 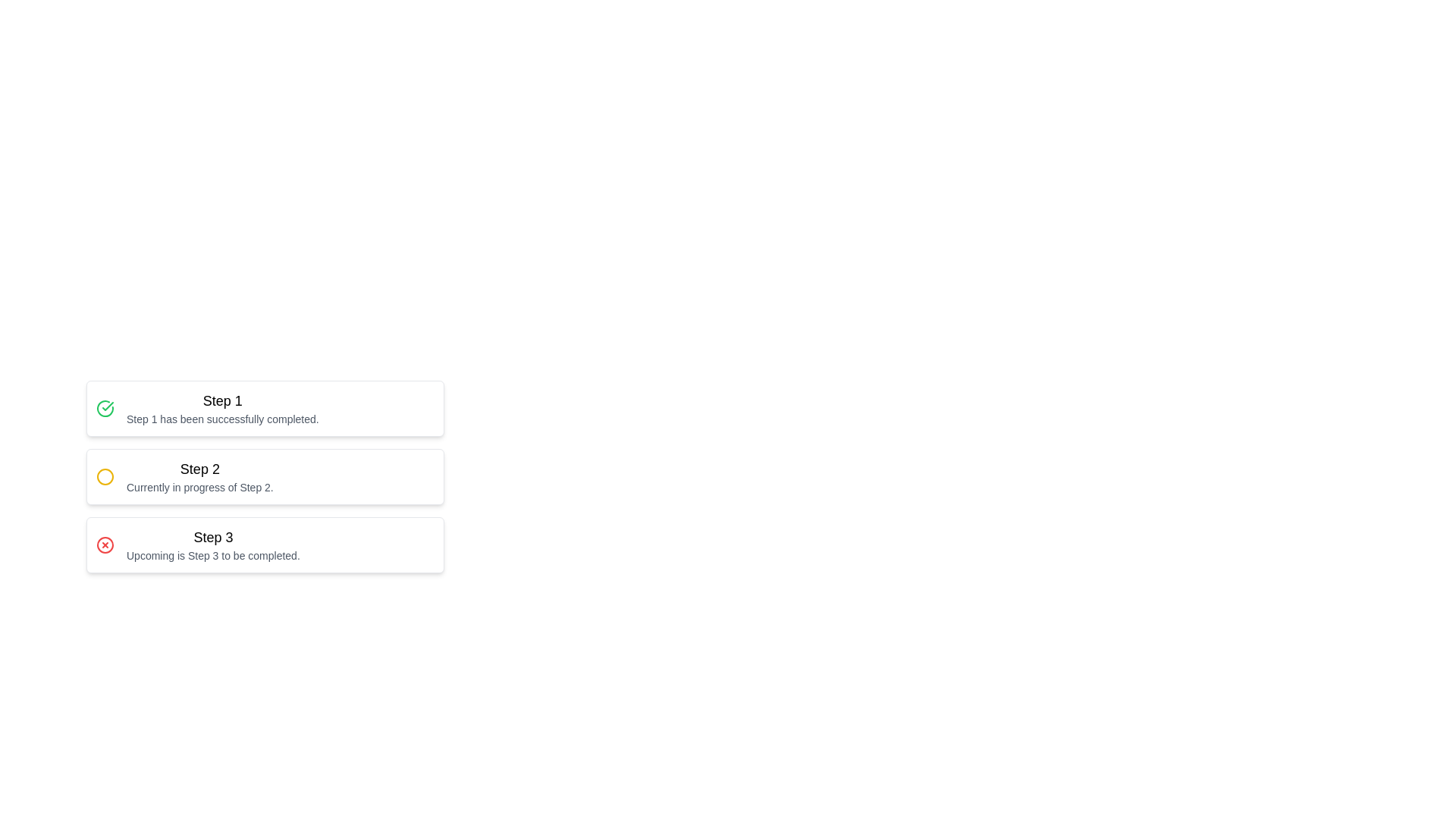 I want to click on the 'Step 2' text label, which displays the text in a bold font style and is positioned as the second item in a vertical list of step items, so click(x=199, y=468).